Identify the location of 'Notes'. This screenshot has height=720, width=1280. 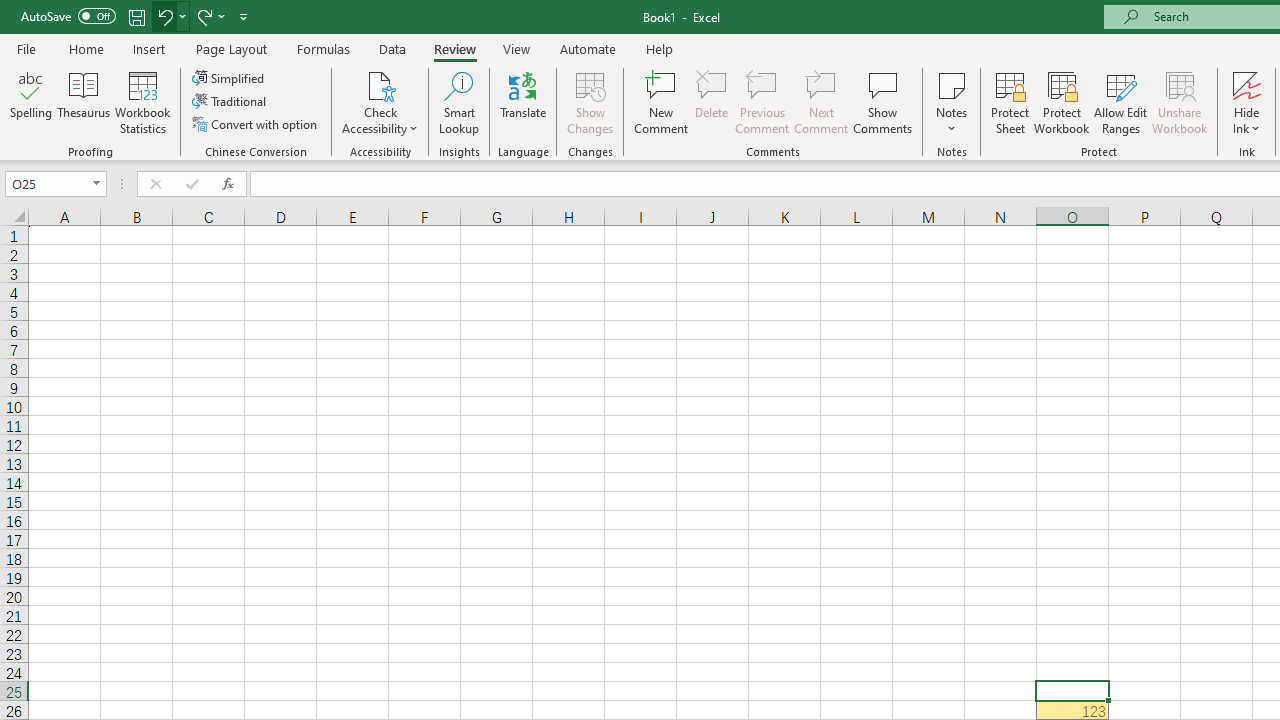
(950, 103).